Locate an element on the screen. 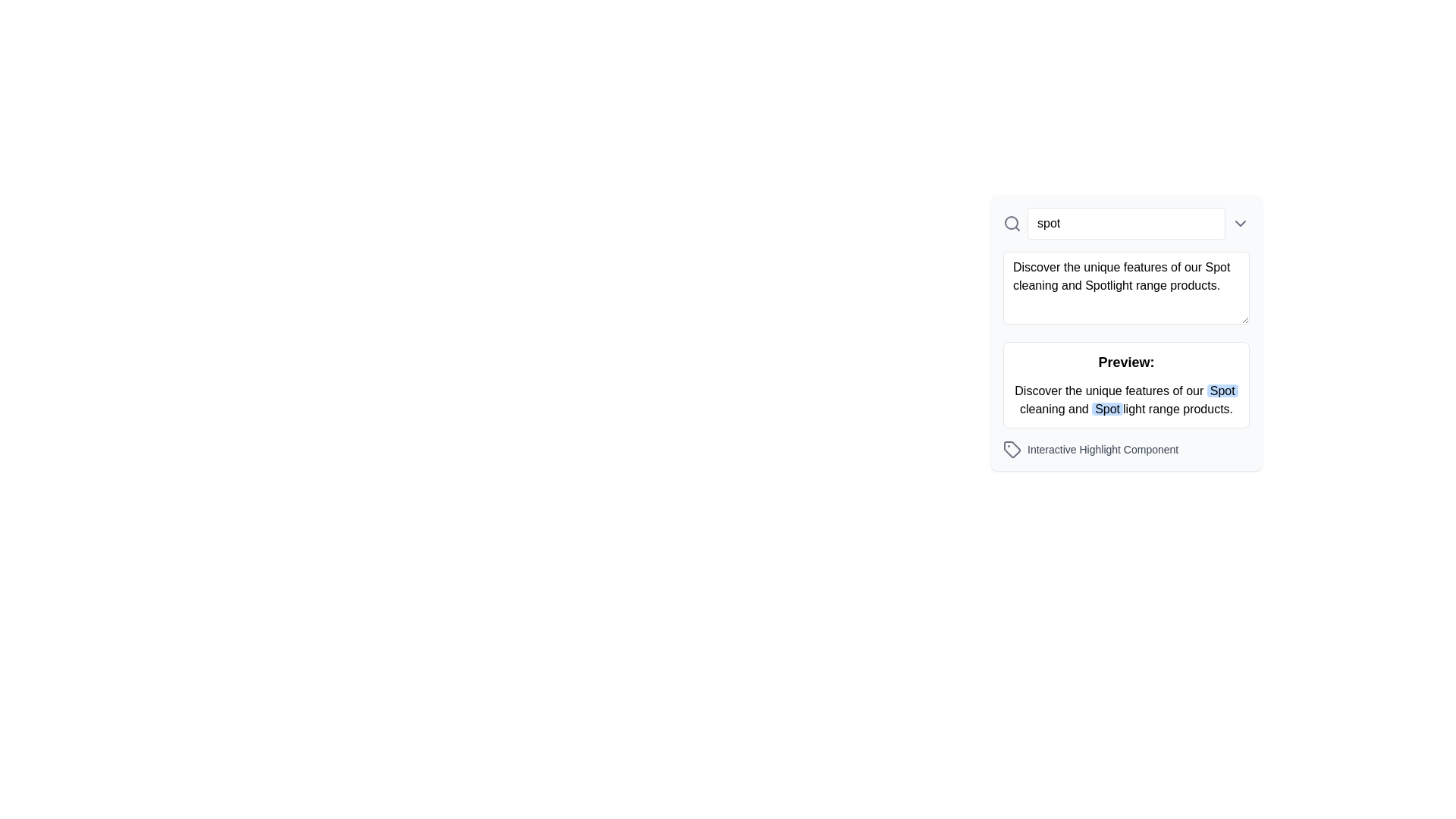 This screenshot has width=1456, height=819. the Informational display box with a light gray background and rounded corners is located at coordinates (1126, 332).